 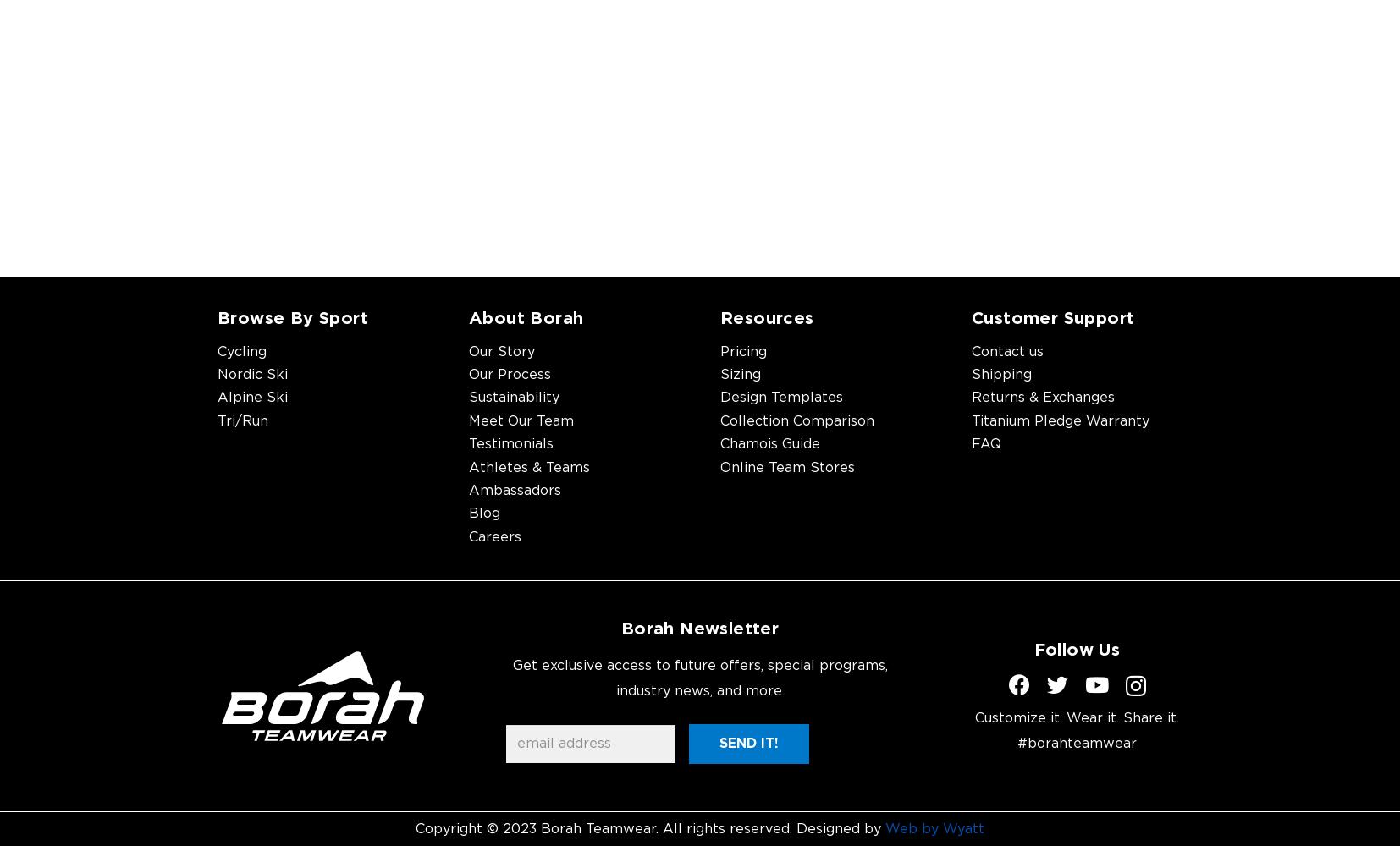 What do you see at coordinates (514, 397) in the screenshot?
I see `'Sustainability'` at bounding box center [514, 397].